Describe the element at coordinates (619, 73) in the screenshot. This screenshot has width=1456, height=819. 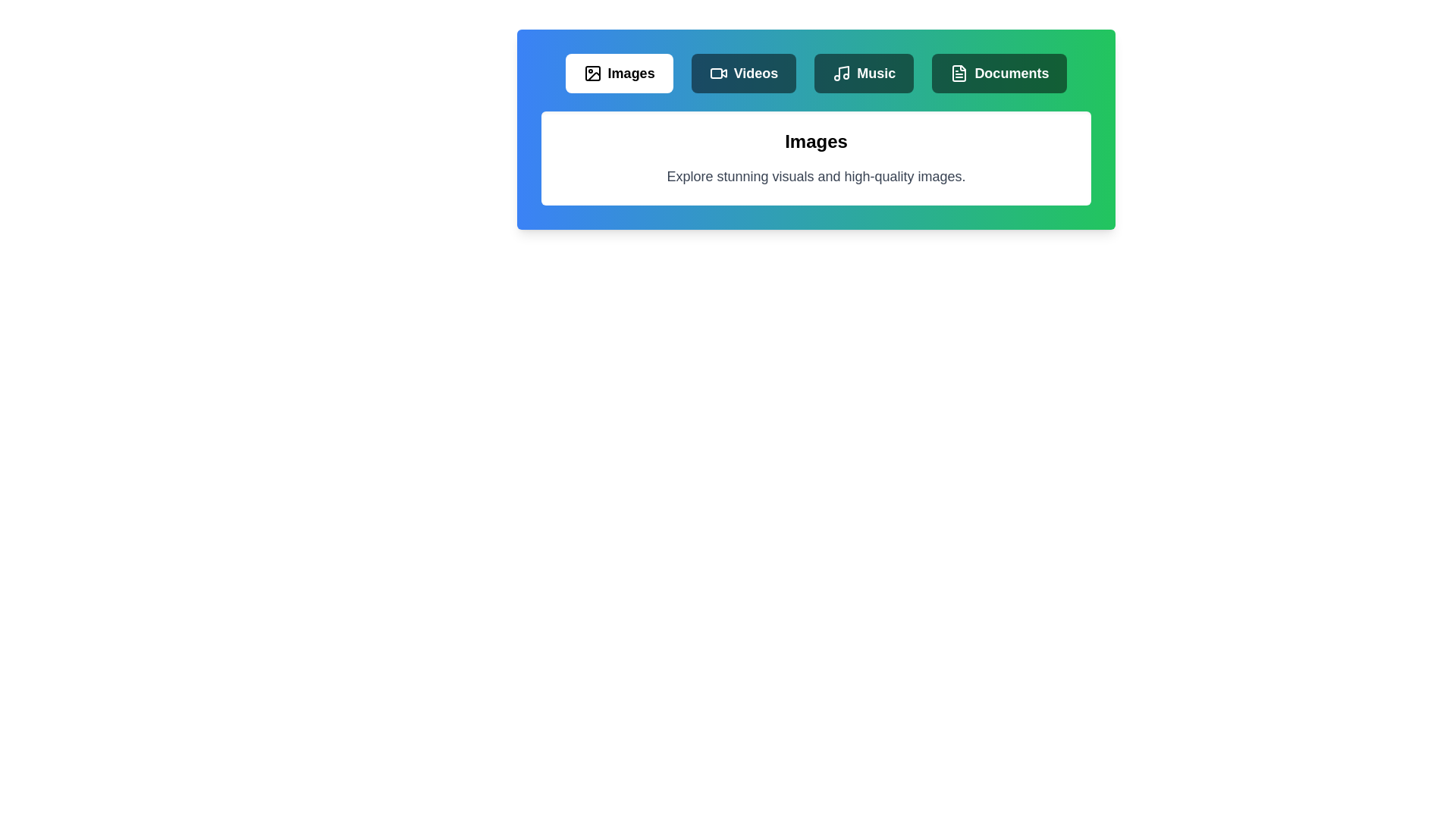
I see `the Images tab` at that location.